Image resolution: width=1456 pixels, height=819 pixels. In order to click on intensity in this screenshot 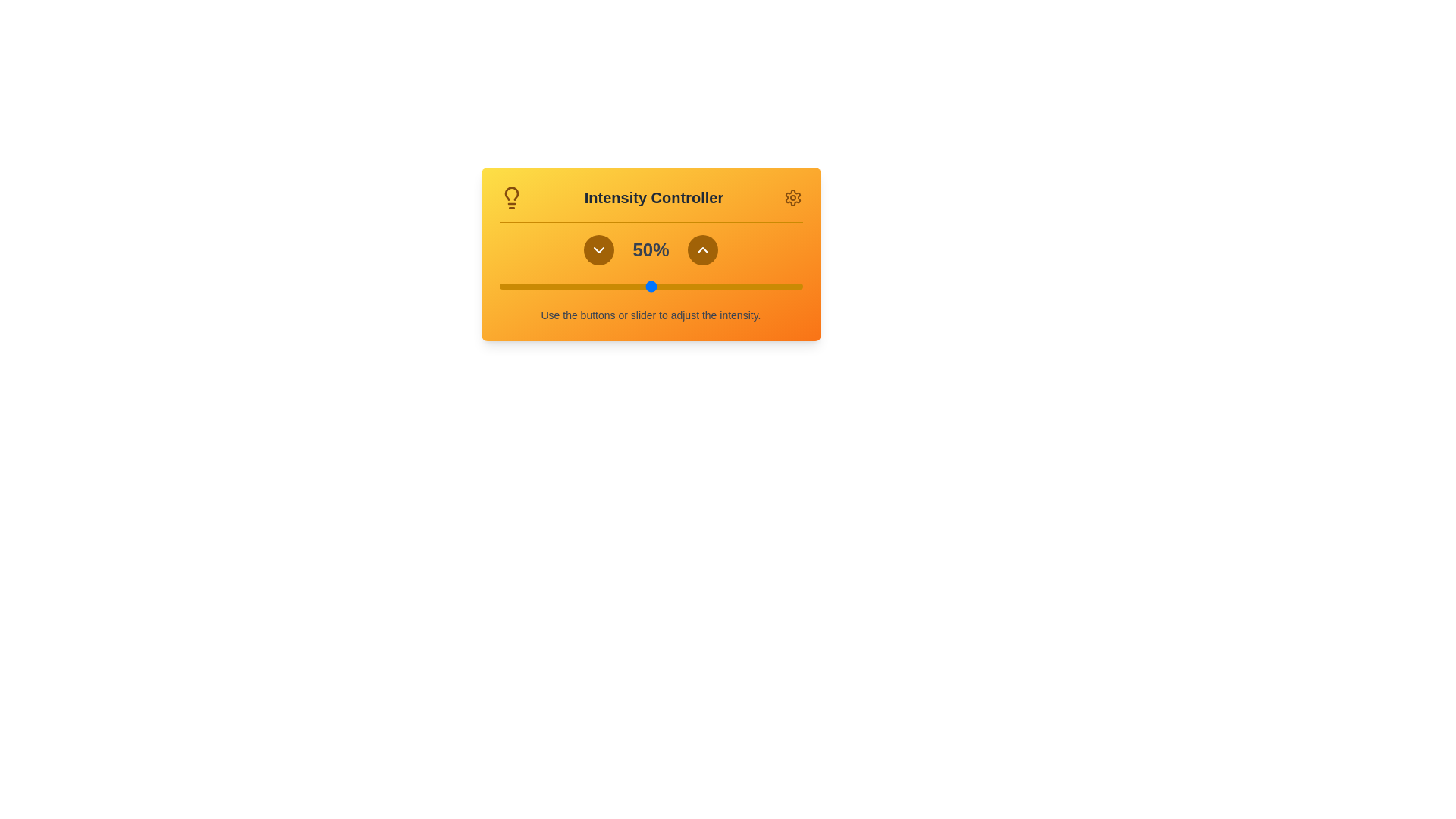, I will do `click(642, 287)`.